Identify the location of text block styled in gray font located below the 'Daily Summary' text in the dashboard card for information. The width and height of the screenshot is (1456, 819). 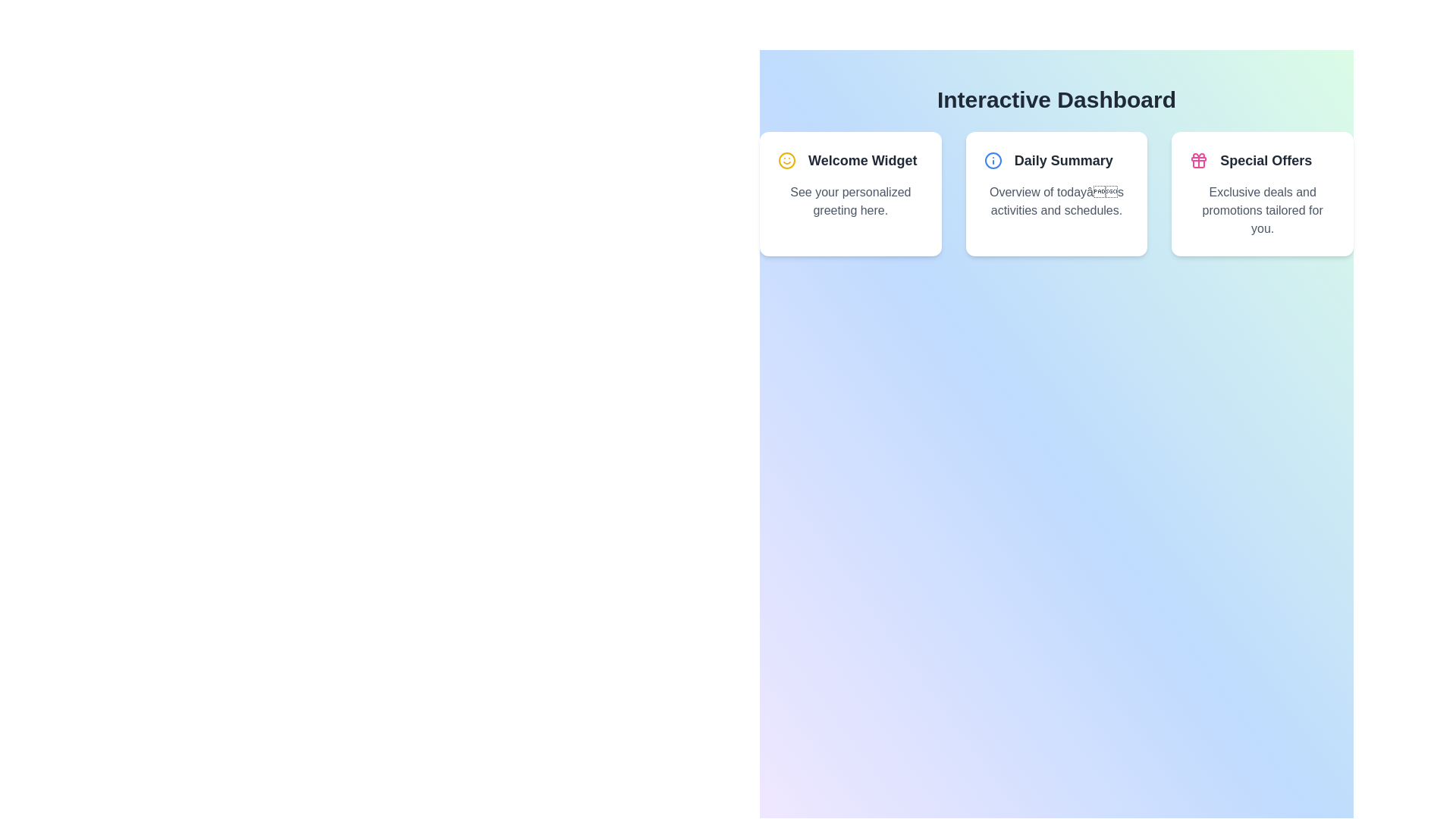
(1056, 201).